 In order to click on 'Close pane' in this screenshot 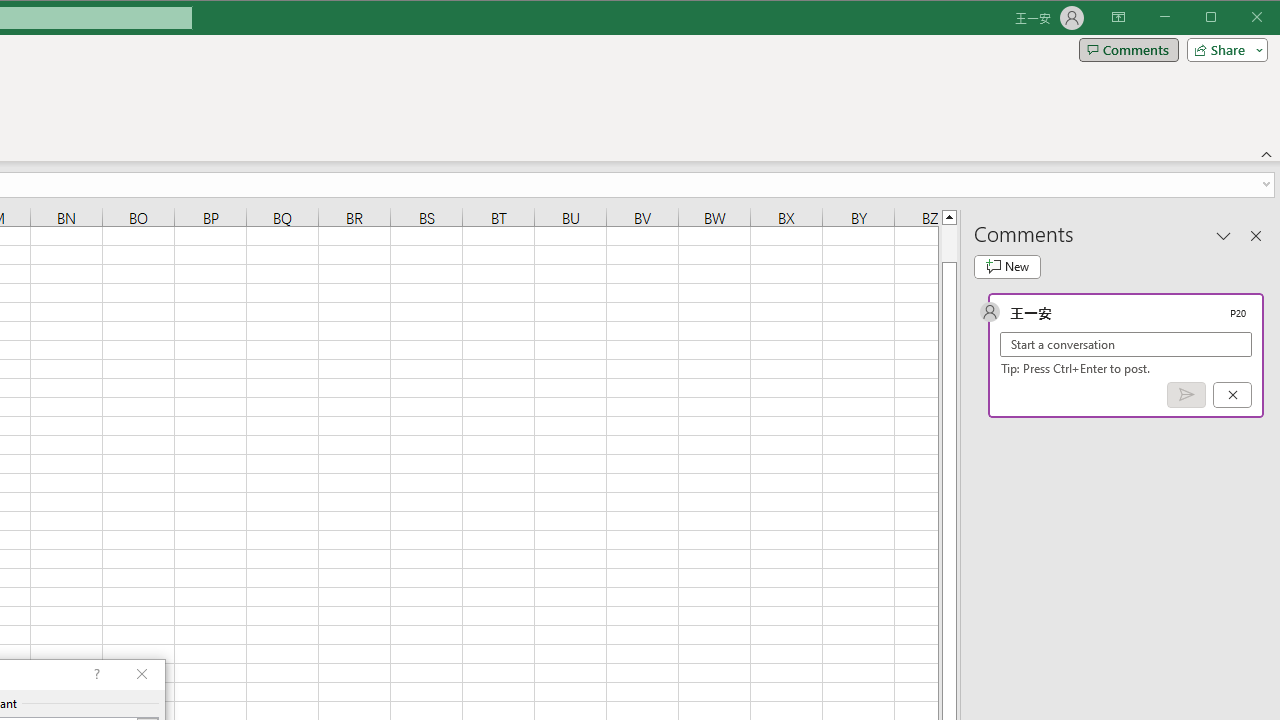, I will do `click(1255, 234)`.